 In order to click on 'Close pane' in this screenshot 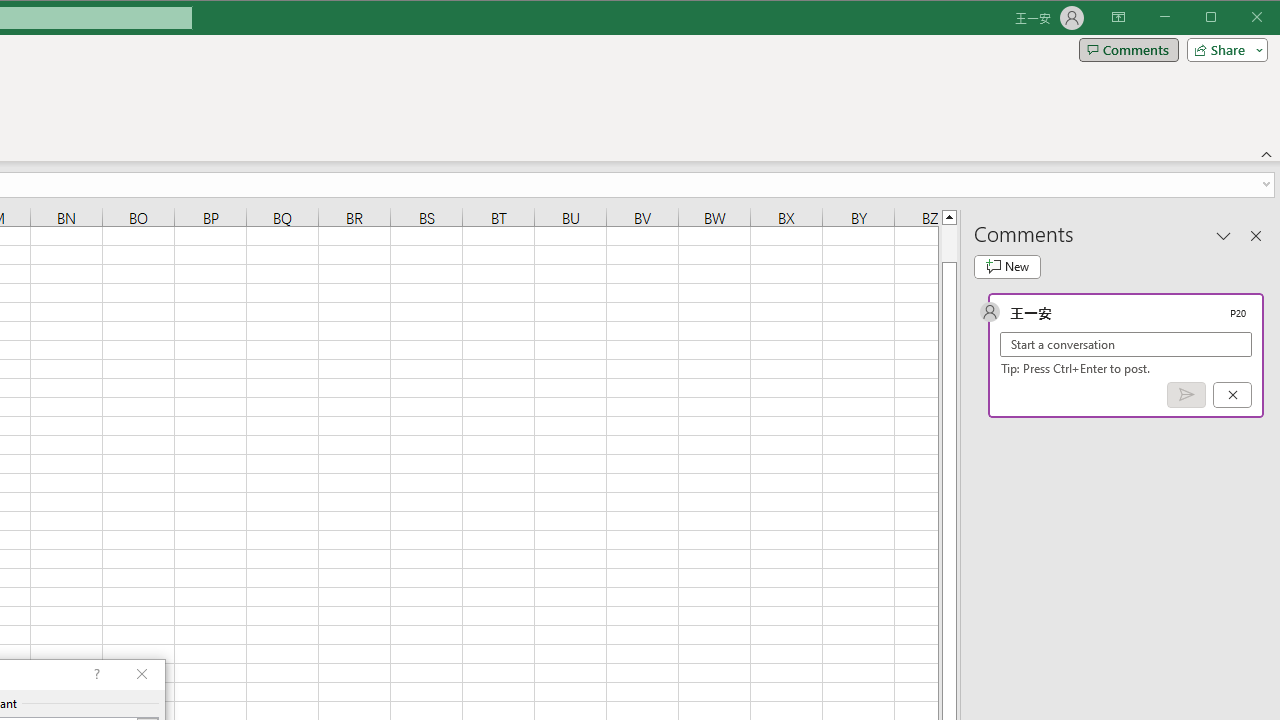, I will do `click(1255, 234)`.